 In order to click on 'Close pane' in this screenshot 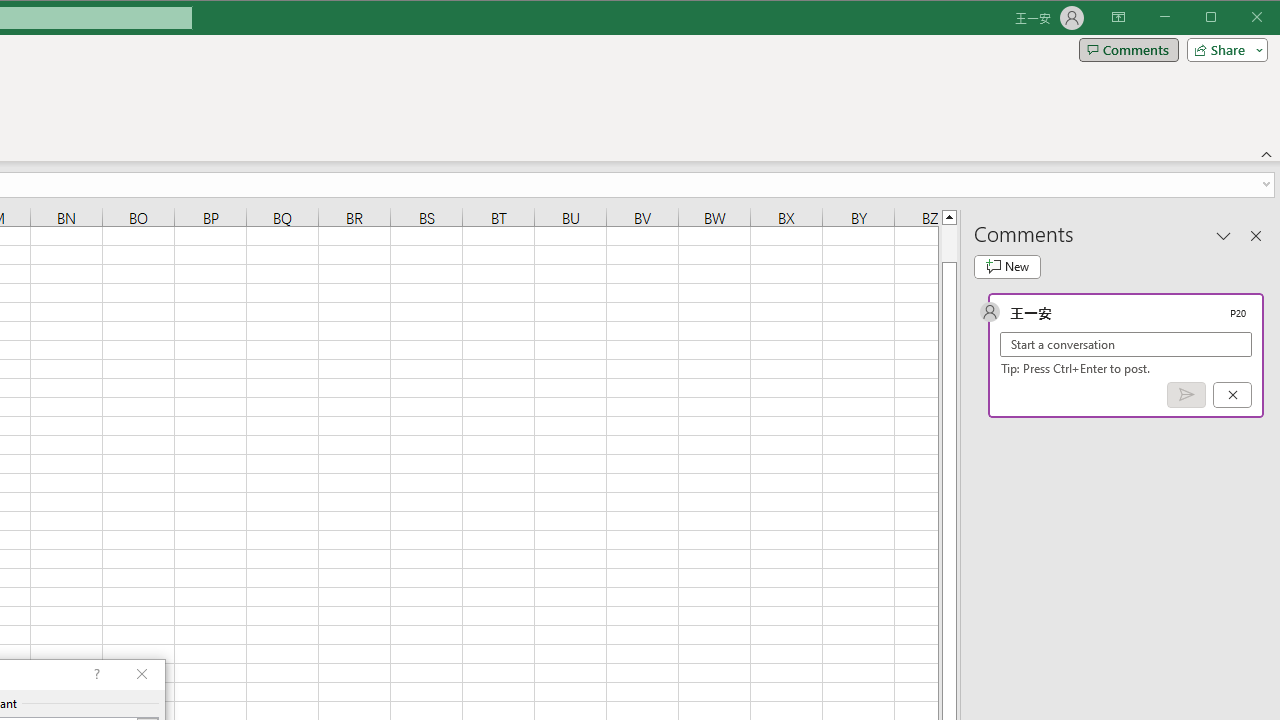, I will do `click(1255, 234)`.